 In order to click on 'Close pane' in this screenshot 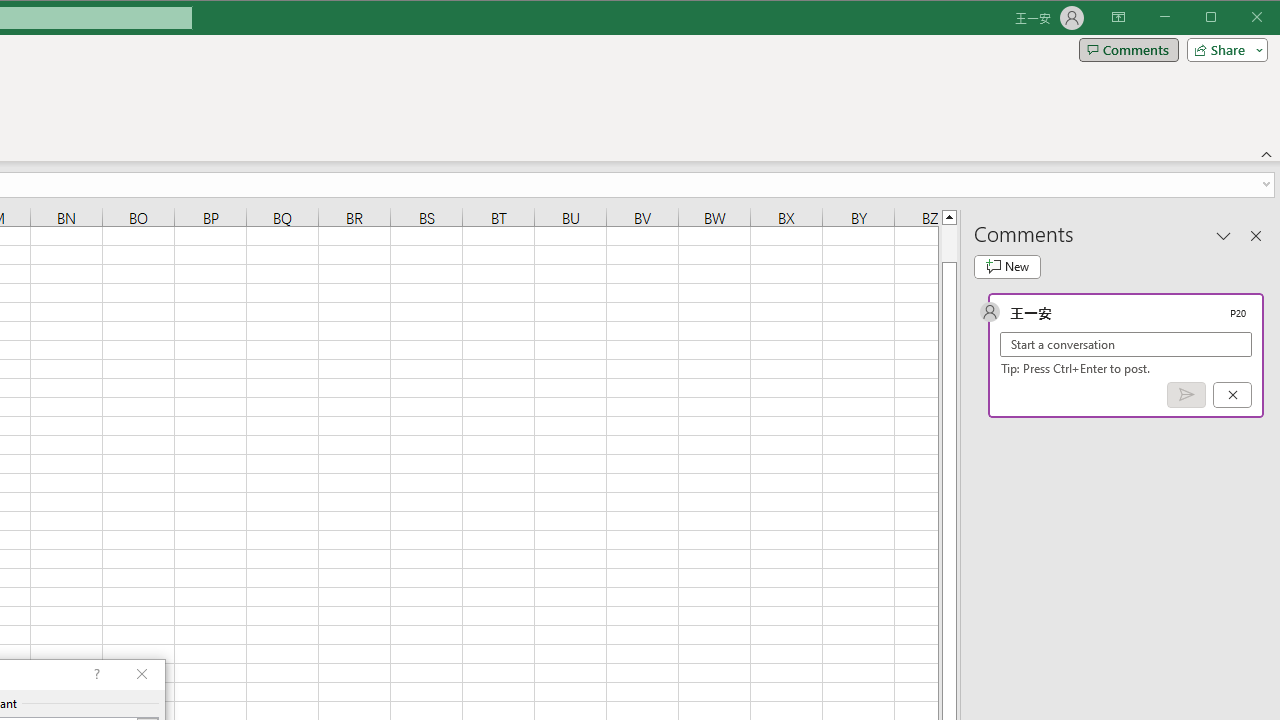, I will do `click(1255, 234)`.